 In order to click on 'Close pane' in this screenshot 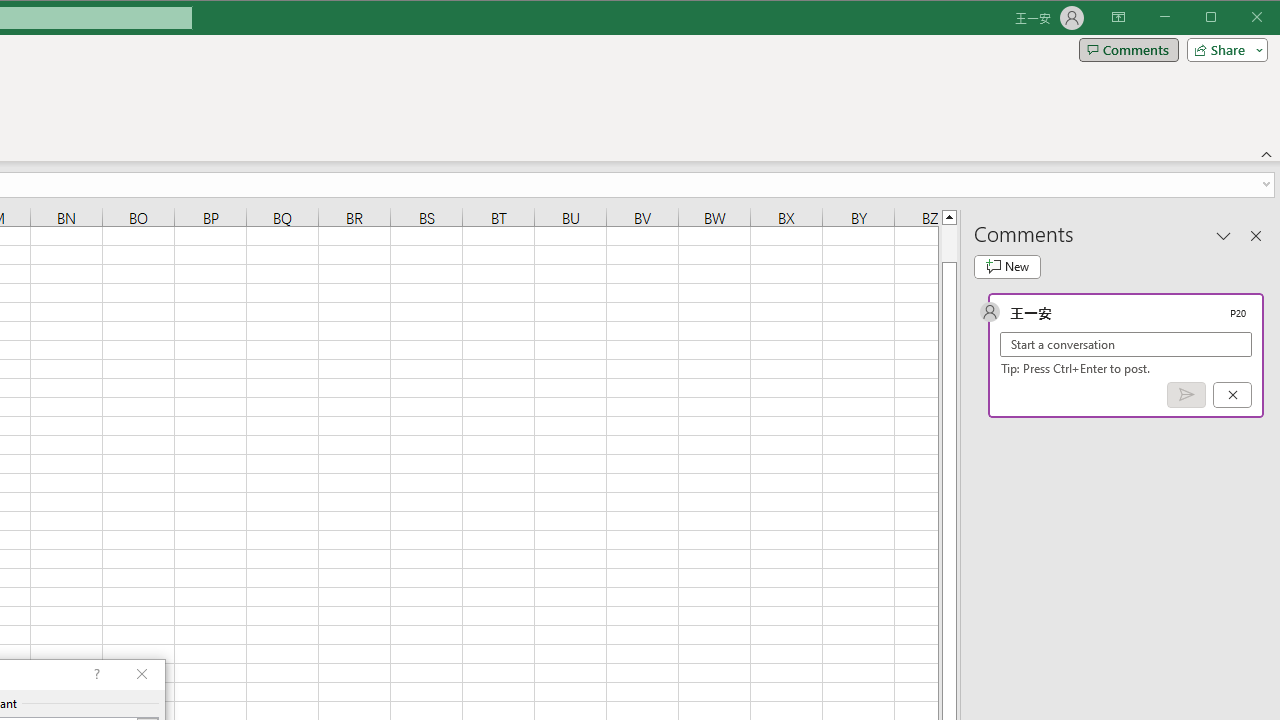, I will do `click(1255, 234)`.